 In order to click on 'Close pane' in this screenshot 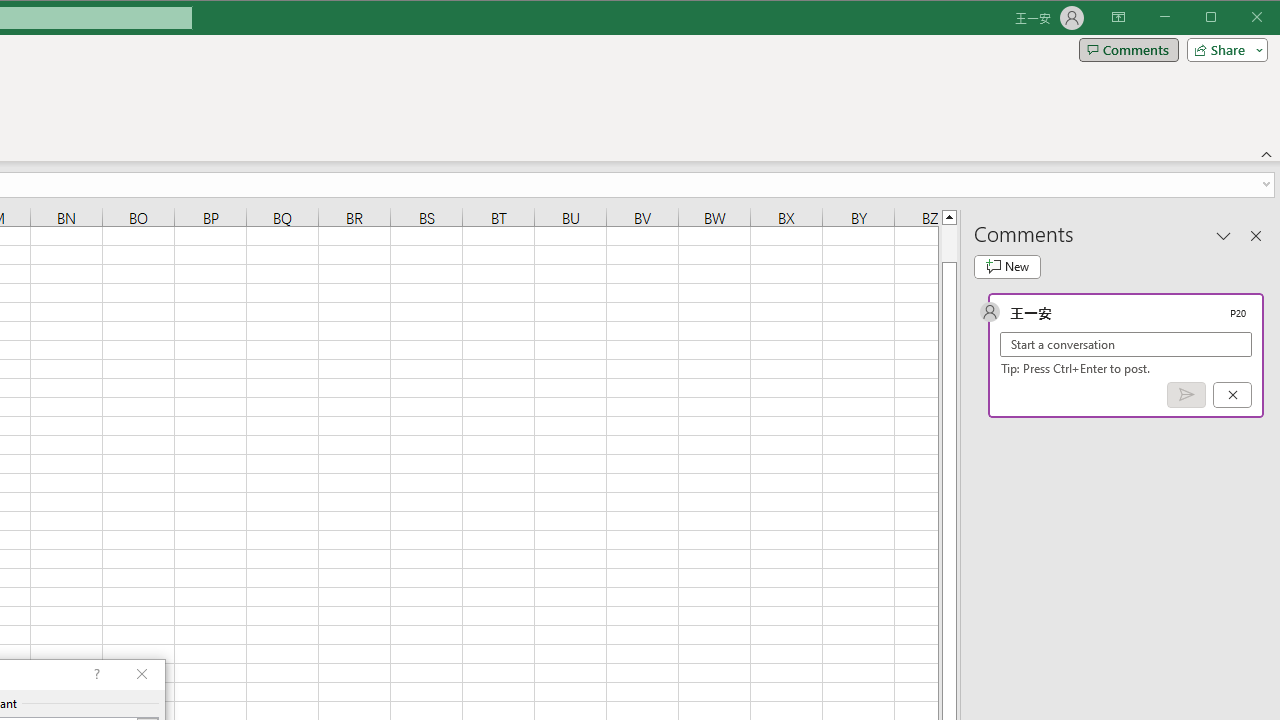, I will do `click(1255, 234)`.